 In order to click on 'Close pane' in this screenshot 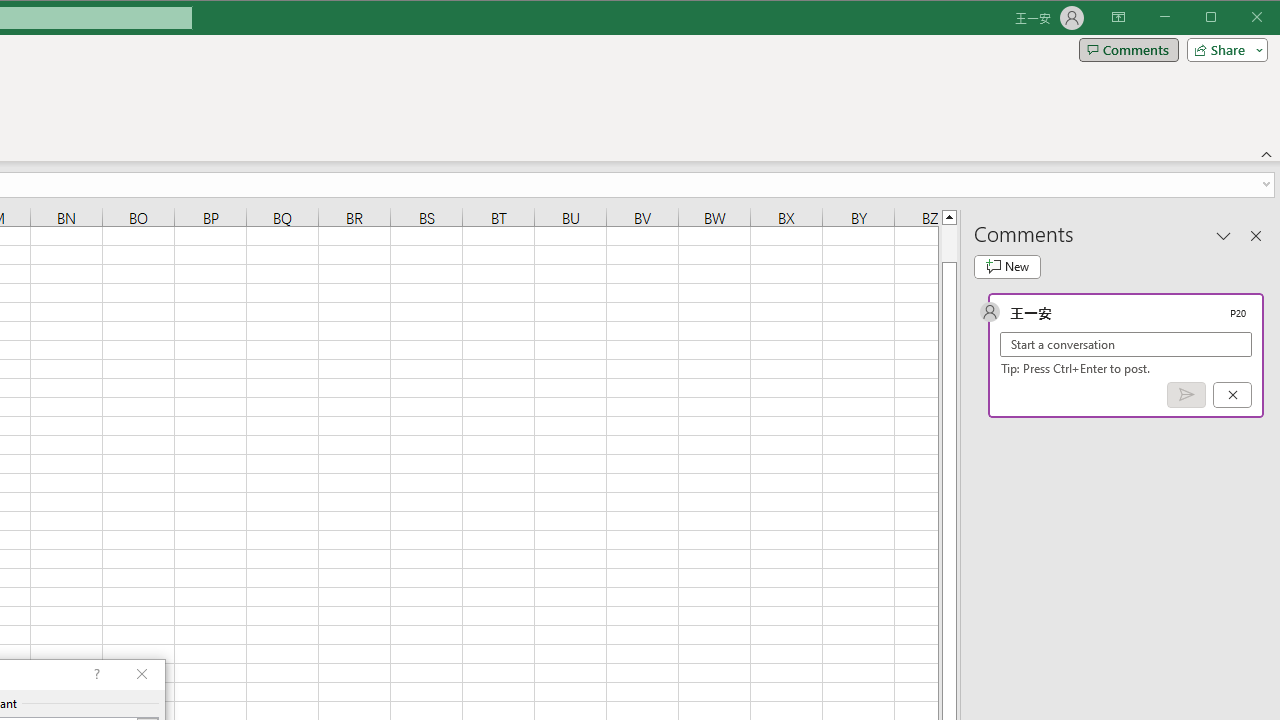, I will do `click(1255, 234)`.